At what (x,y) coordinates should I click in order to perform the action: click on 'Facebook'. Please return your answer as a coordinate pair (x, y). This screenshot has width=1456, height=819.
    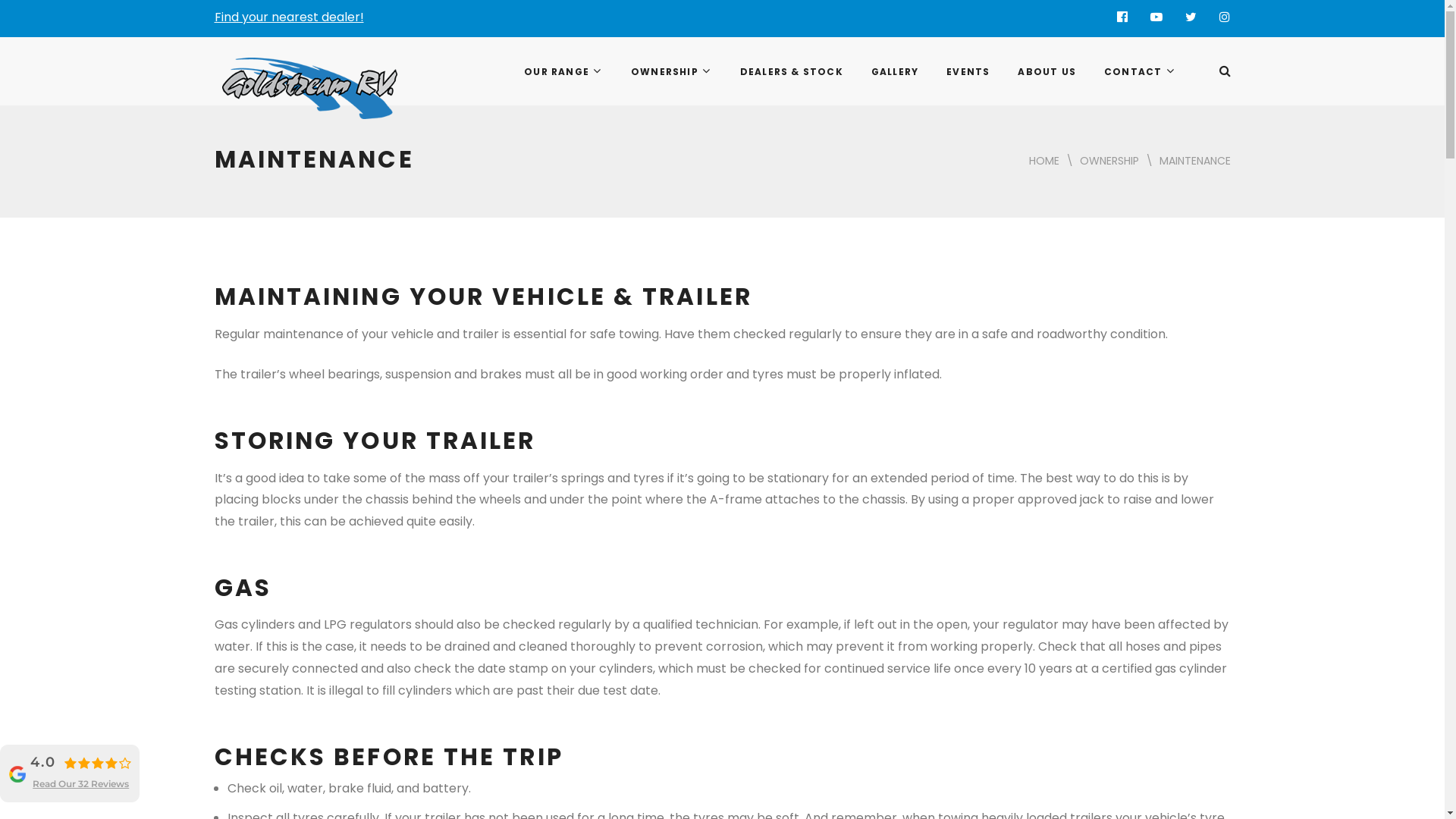
    Looking at the image, I should click on (1122, 17).